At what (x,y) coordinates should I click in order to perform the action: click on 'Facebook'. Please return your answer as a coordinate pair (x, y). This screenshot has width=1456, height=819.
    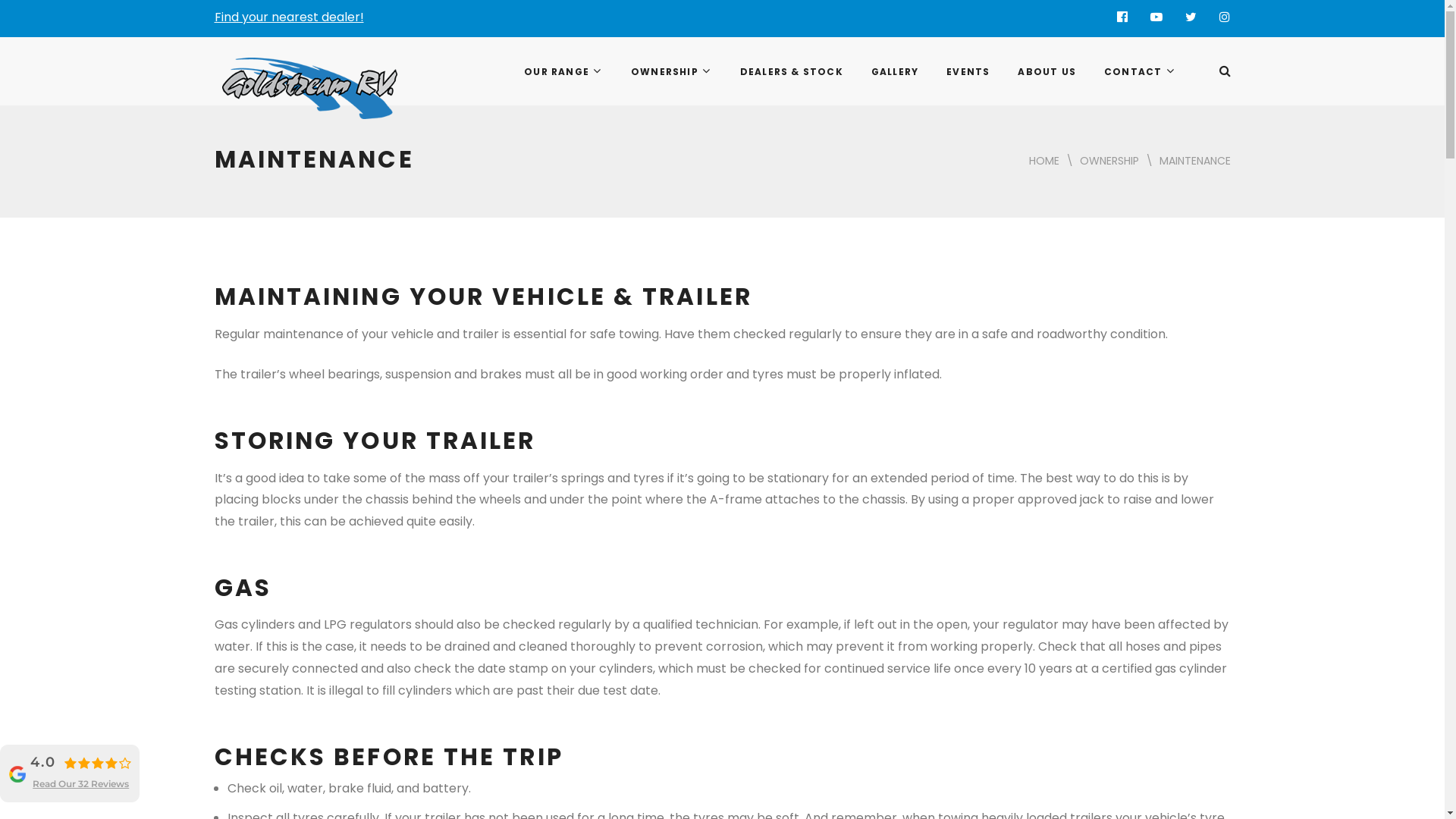
    Looking at the image, I should click on (1122, 17).